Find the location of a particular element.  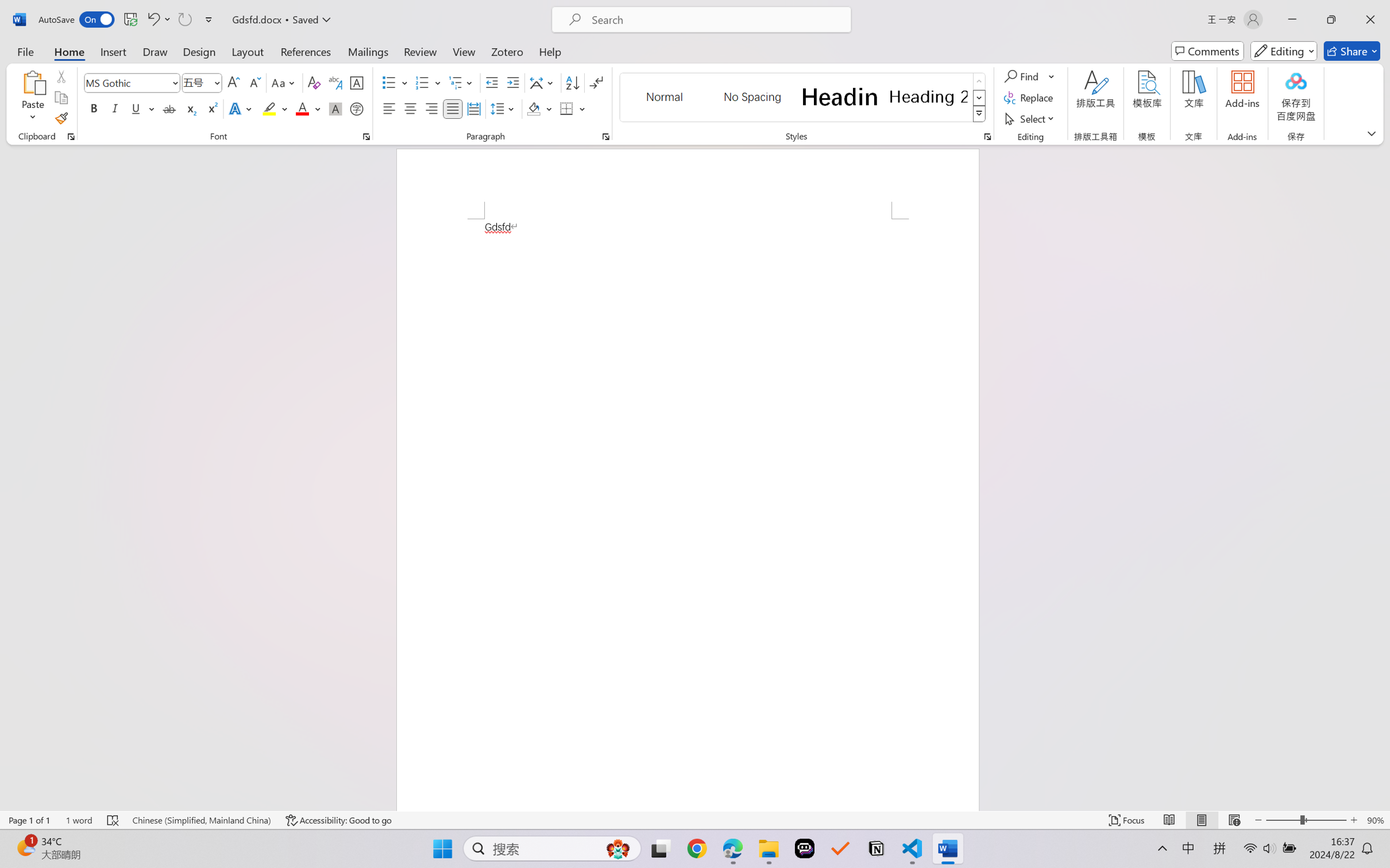

'Text Highlight Color Yellow' is located at coordinates (269, 108).